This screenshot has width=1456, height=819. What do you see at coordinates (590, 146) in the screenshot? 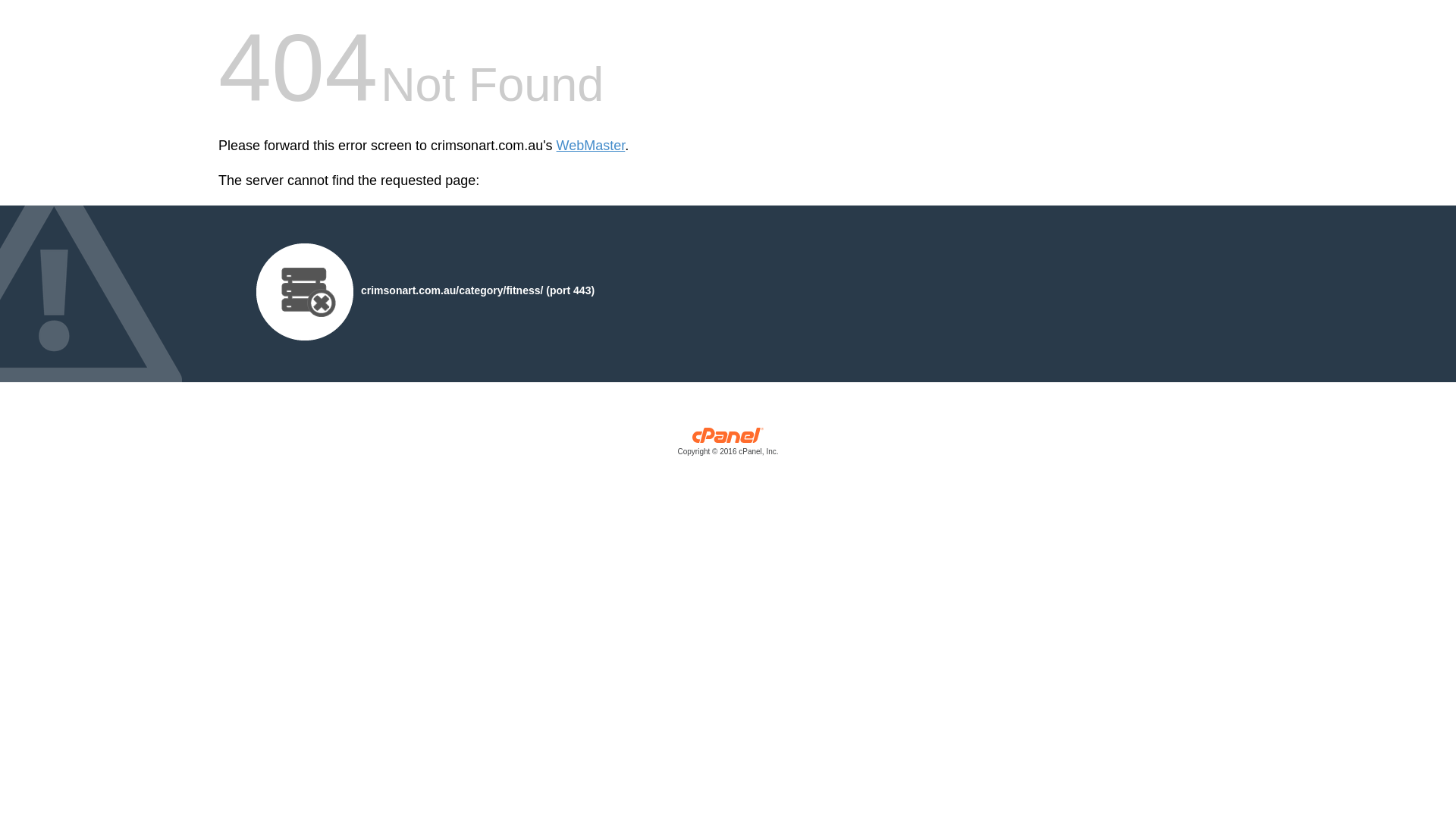
I see `'WebMaster'` at bounding box center [590, 146].